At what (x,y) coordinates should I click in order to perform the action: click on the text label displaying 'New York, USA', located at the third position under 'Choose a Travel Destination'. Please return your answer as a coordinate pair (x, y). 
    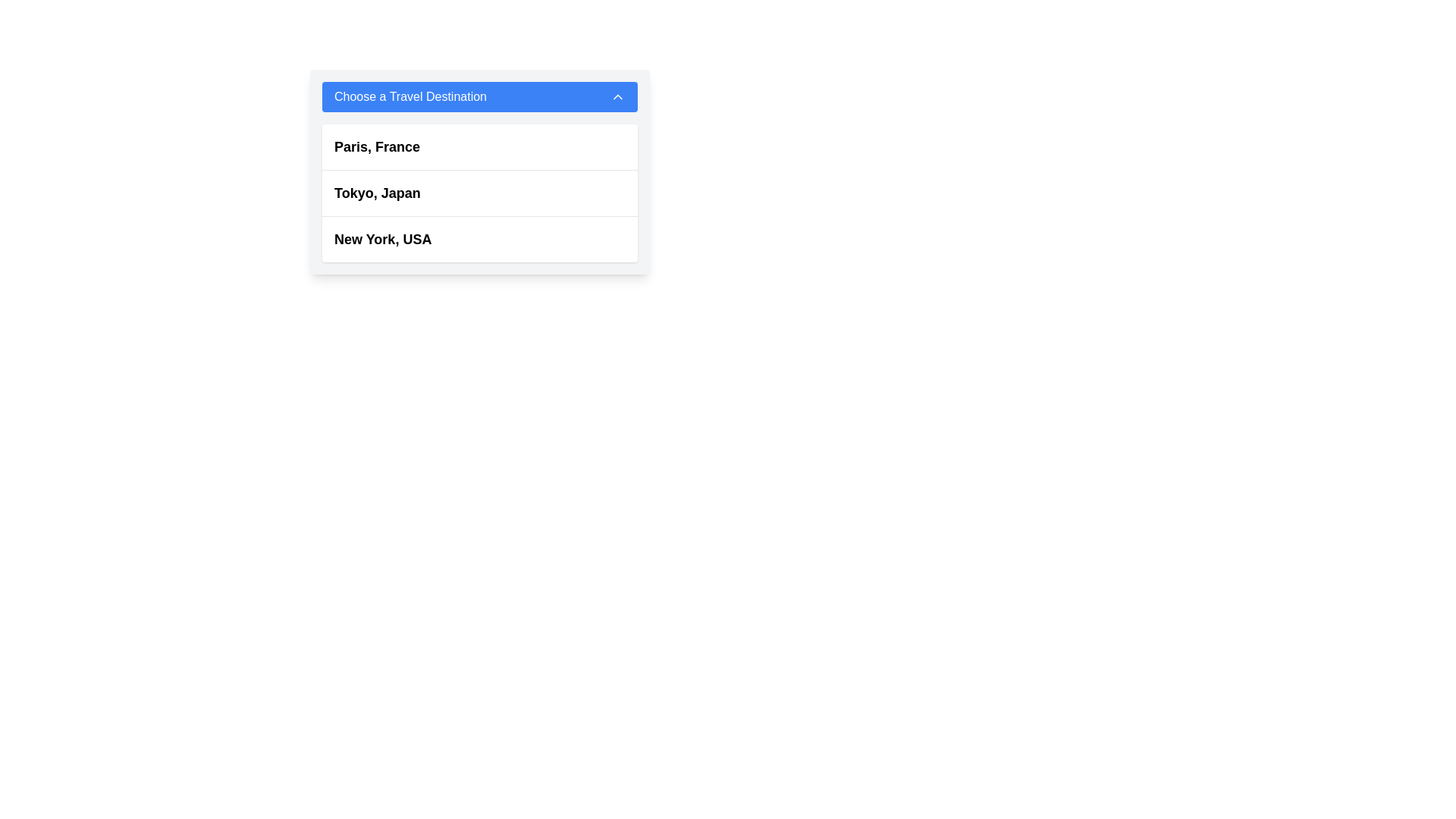
    Looking at the image, I should click on (383, 239).